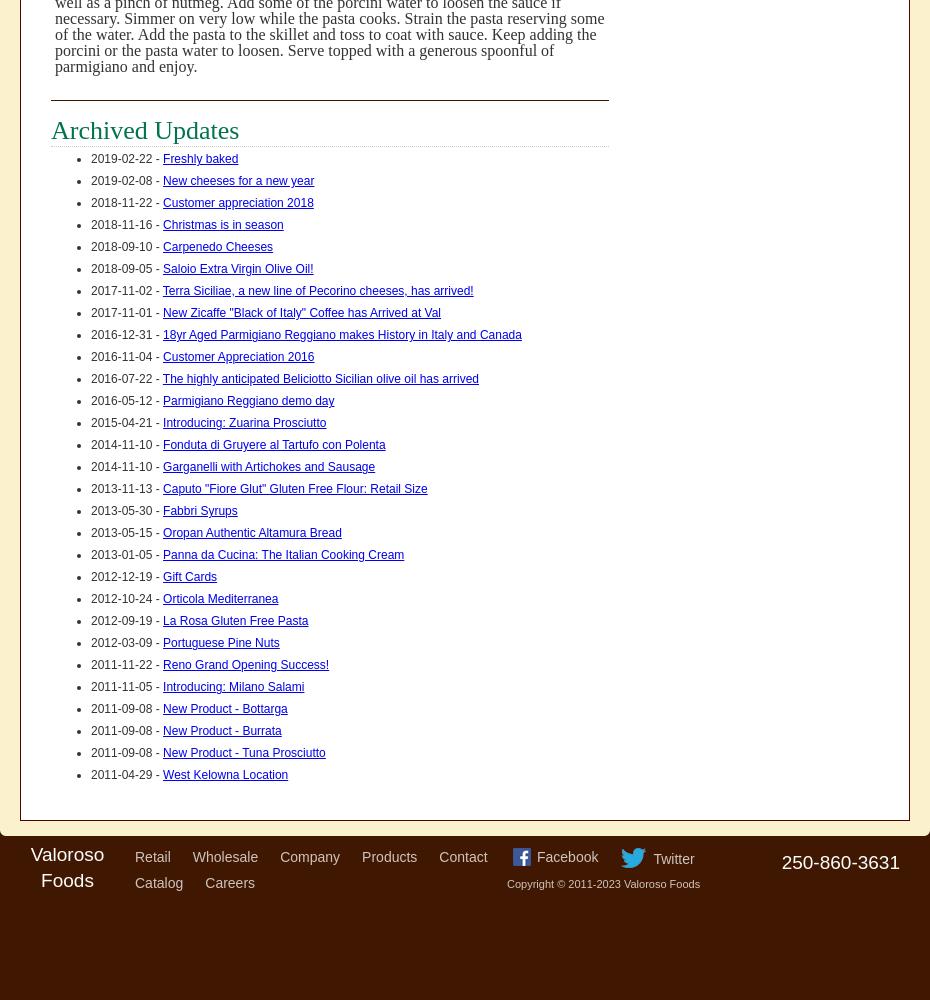 Image resolution: width=930 pixels, height=1000 pixels. I want to click on 'Fonduta di Gruyere al Tartufo con Polenta', so click(273, 444).